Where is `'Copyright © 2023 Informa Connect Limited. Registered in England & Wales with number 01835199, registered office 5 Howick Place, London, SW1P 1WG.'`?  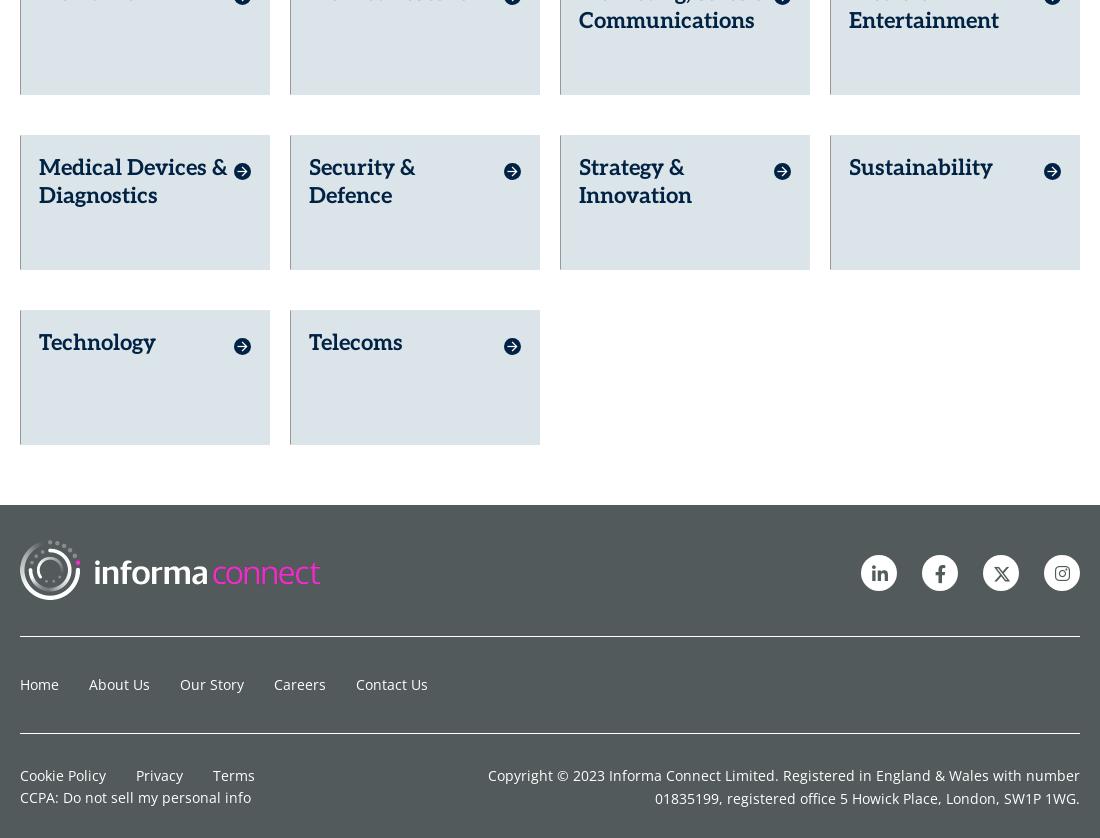
'Copyright © 2023 Informa Connect Limited. Registered in England & Wales with number 01835199, registered office 5 Howick Place, London, SW1P 1WG.' is located at coordinates (783, 556).